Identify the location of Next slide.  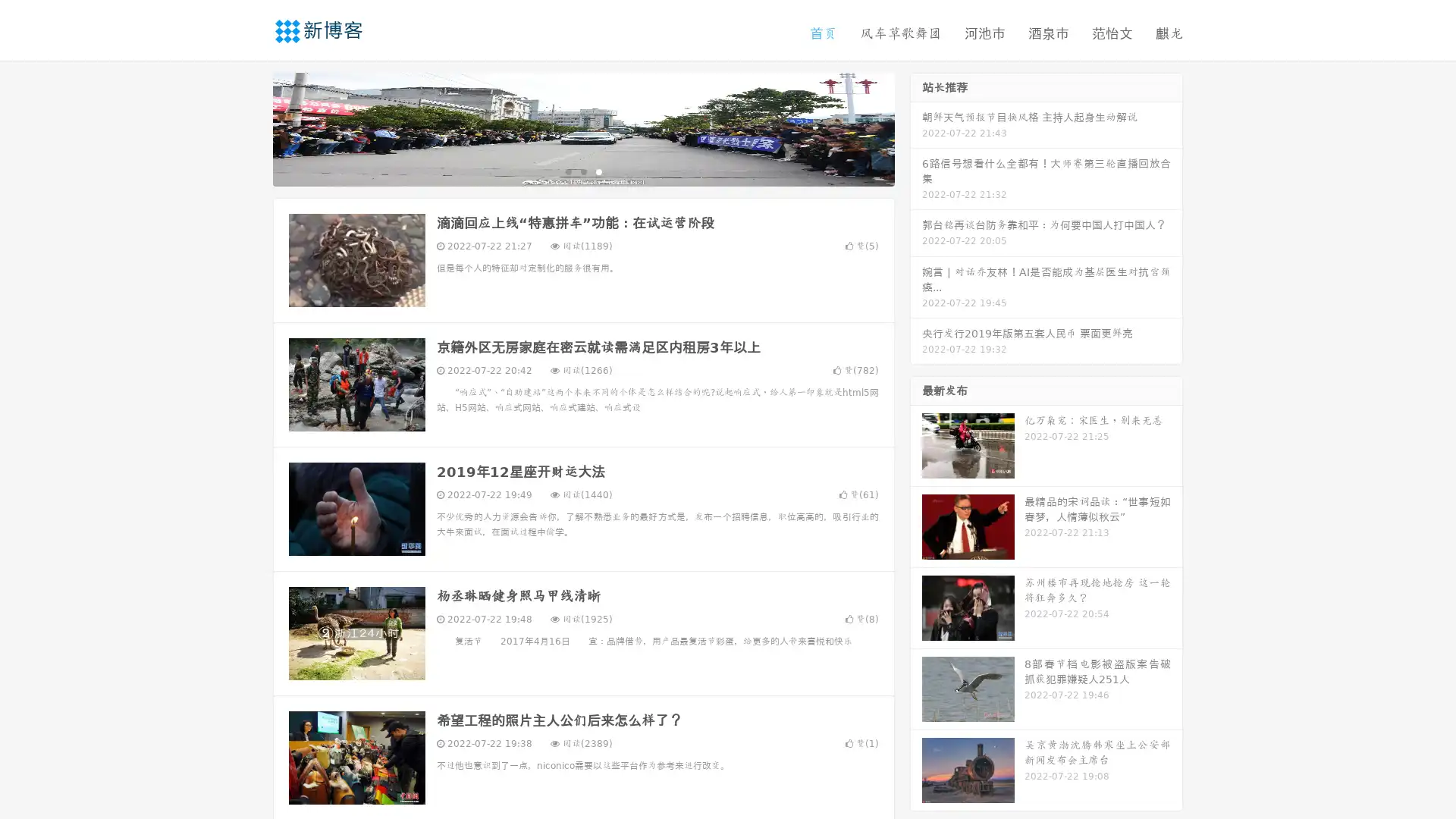
(916, 127).